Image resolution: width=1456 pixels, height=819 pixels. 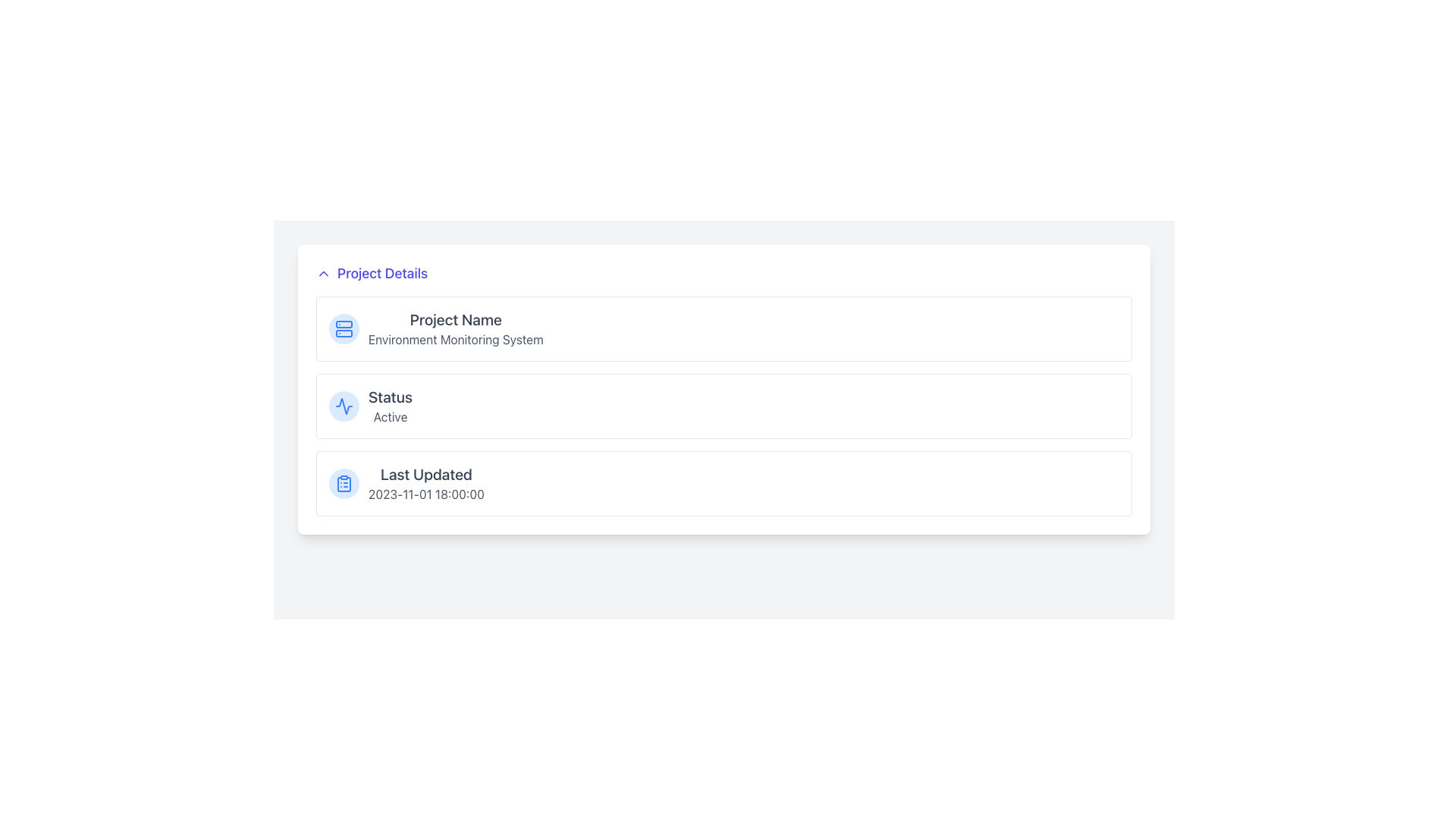 What do you see at coordinates (344, 406) in the screenshot?
I see `the circular icon with a light blue background and blue waveform design, located in the 'Status' section to the left of the texts 'Status' and 'Active'` at bounding box center [344, 406].